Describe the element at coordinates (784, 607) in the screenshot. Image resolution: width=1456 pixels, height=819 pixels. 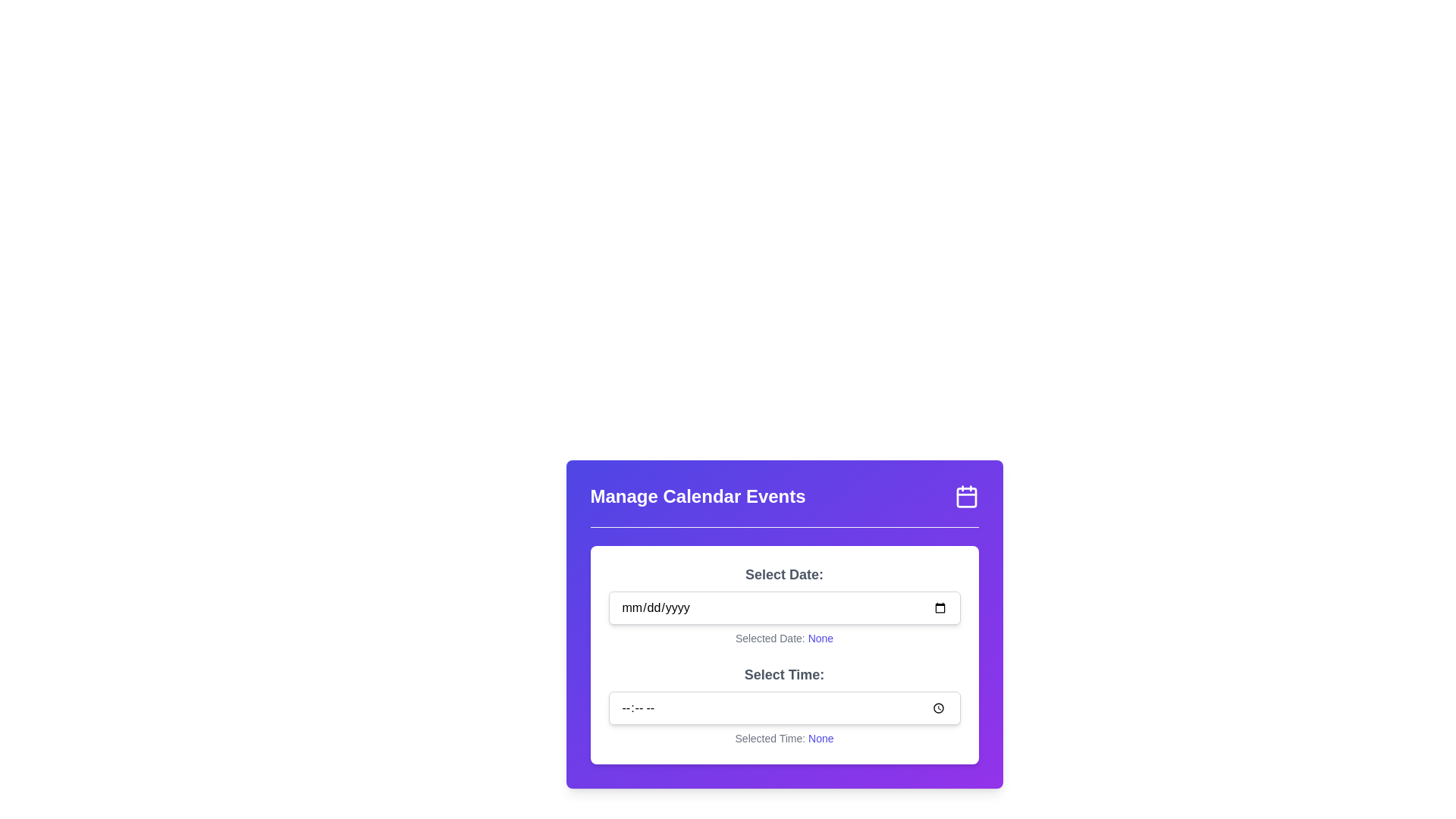
I see `the Date Input Field located in the central area of the form to bring up the date picker` at that location.